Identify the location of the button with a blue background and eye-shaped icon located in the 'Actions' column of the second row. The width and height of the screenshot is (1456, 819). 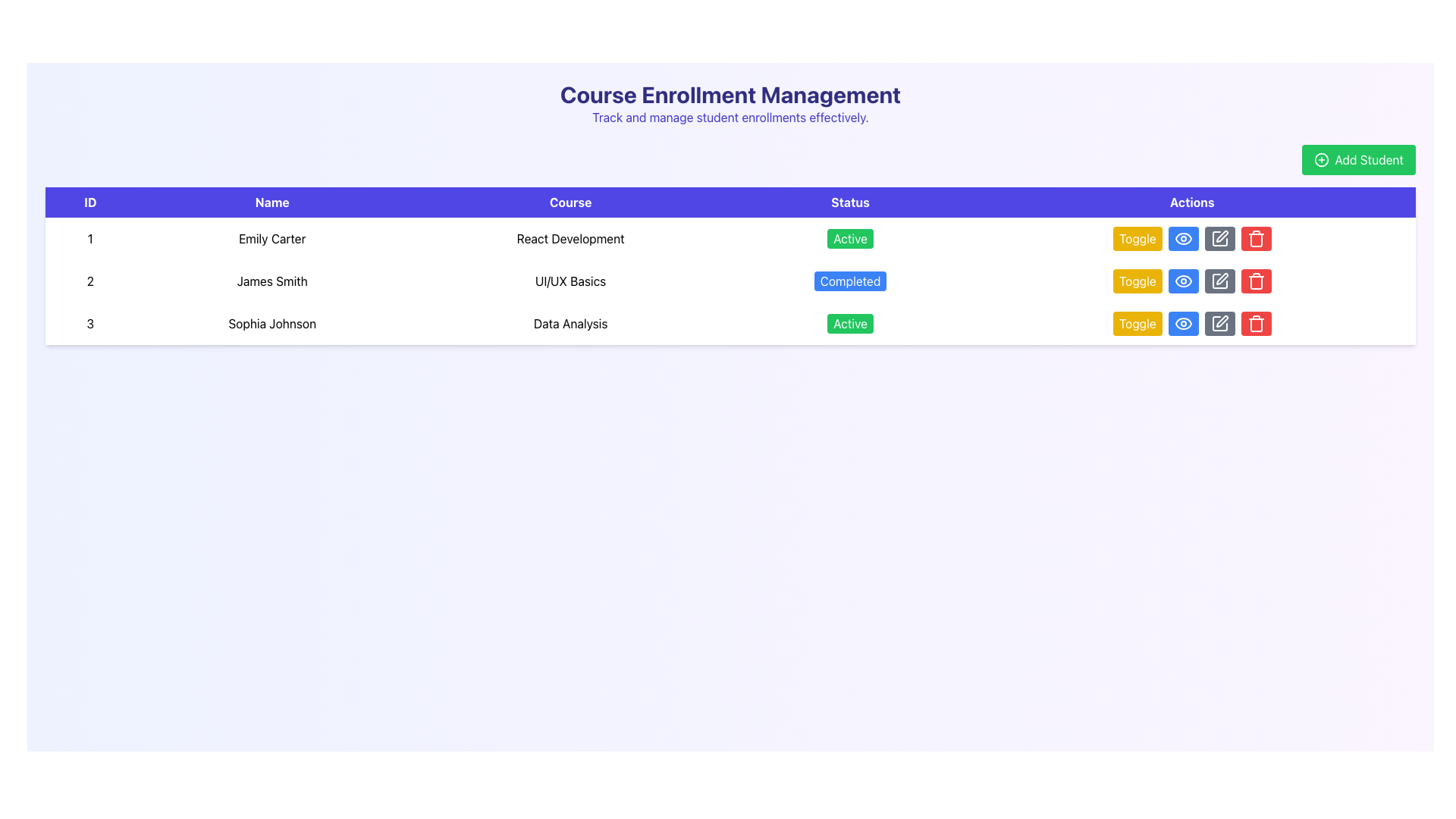
(1182, 281).